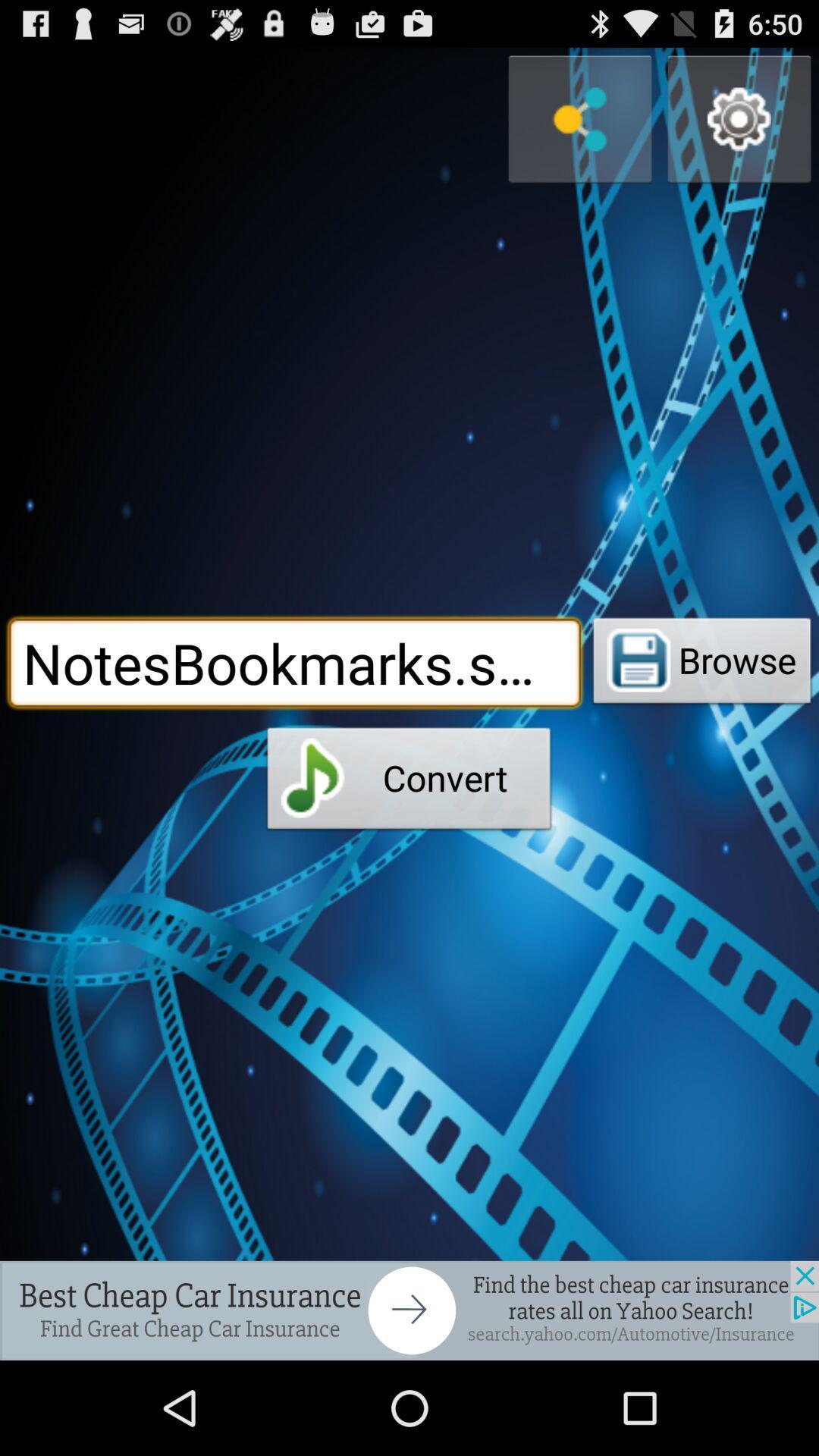 The height and width of the screenshot is (1456, 819). Describe the element at coordinates (579, 118) in the screenshot. I see `share the file` at that location.